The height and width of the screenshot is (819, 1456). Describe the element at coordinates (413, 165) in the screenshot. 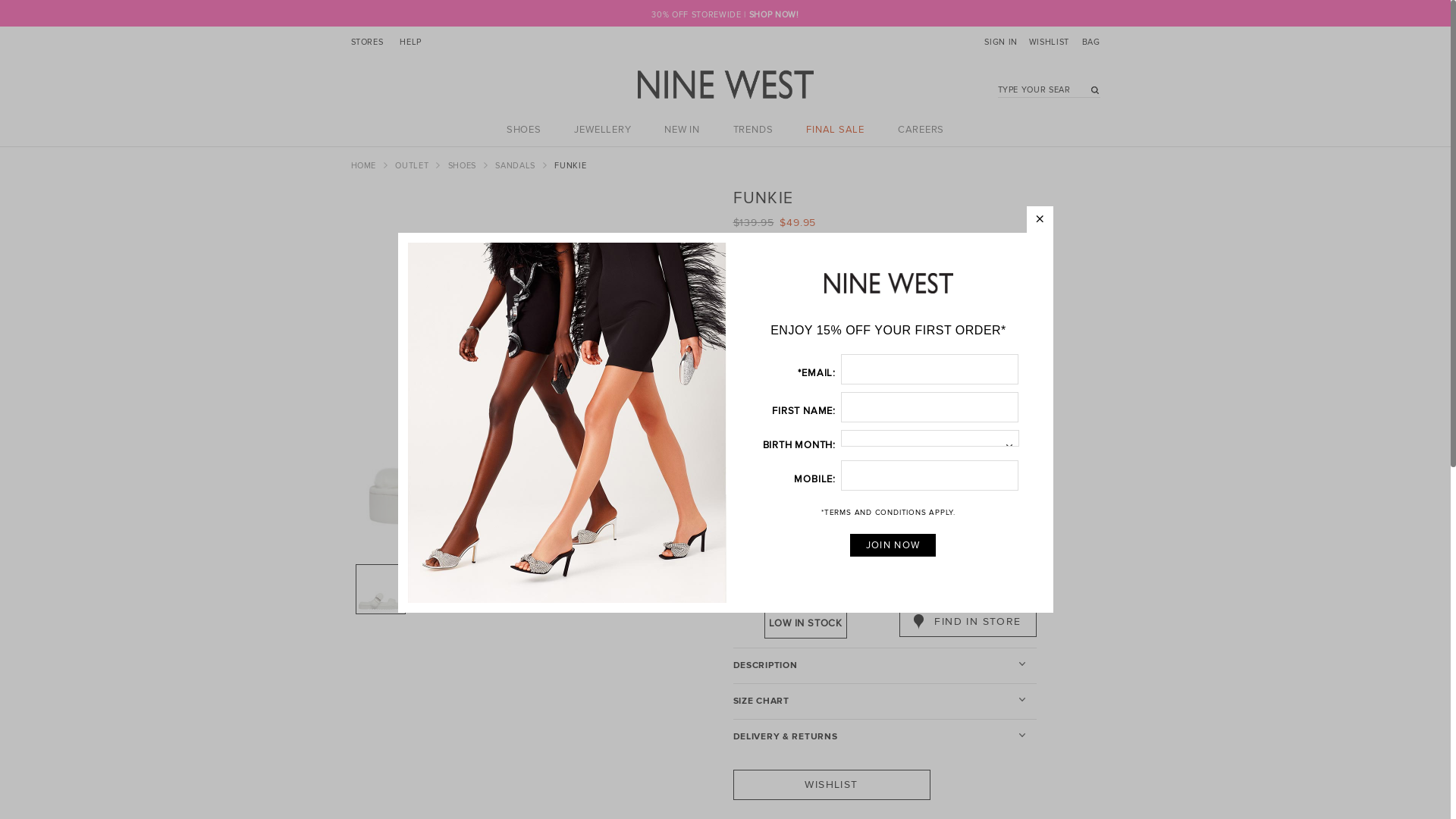

I see `'OUTLET'` at that location.